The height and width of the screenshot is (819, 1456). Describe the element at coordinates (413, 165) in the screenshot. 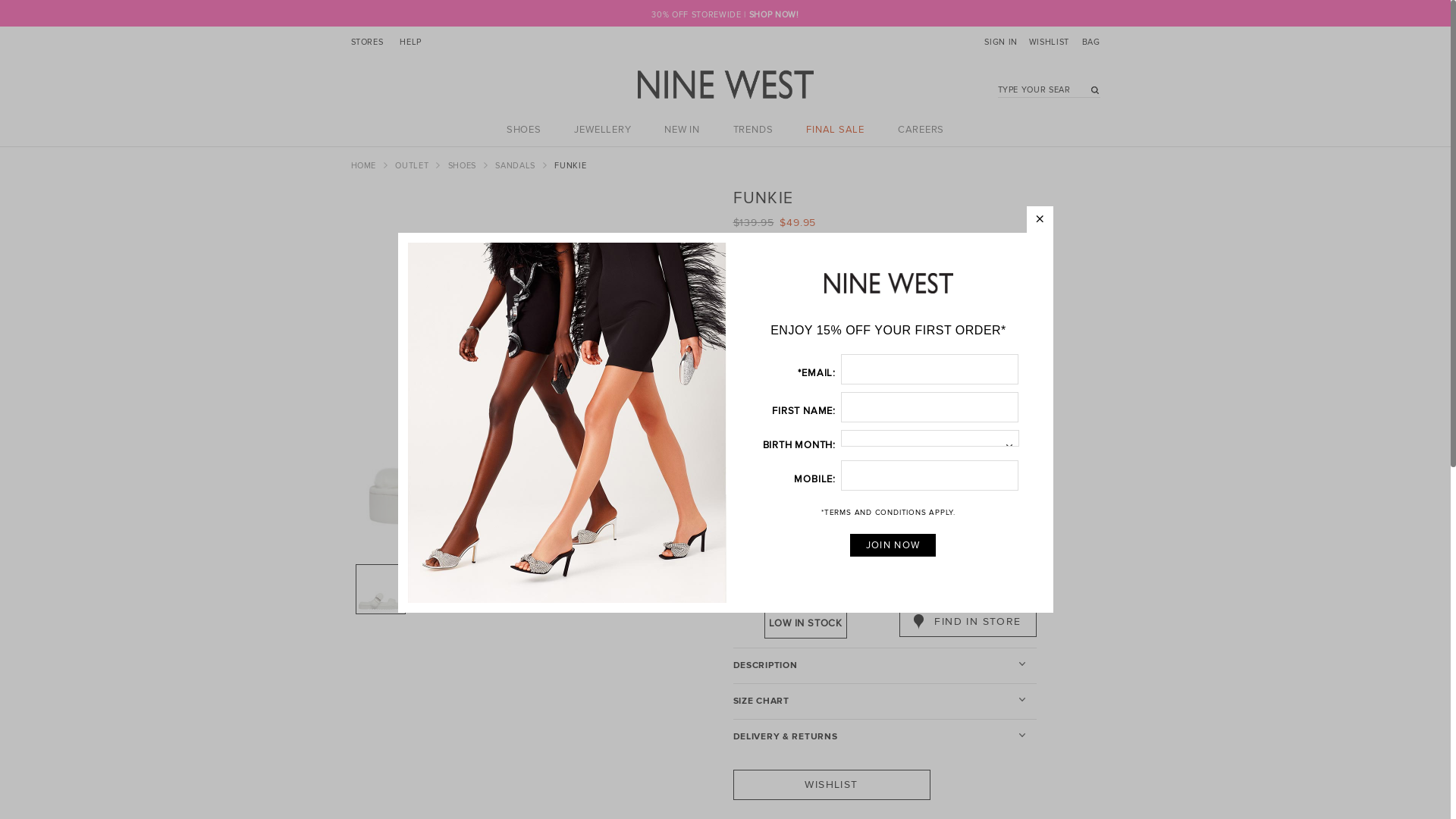

I see `'OUTLET'` at that location.